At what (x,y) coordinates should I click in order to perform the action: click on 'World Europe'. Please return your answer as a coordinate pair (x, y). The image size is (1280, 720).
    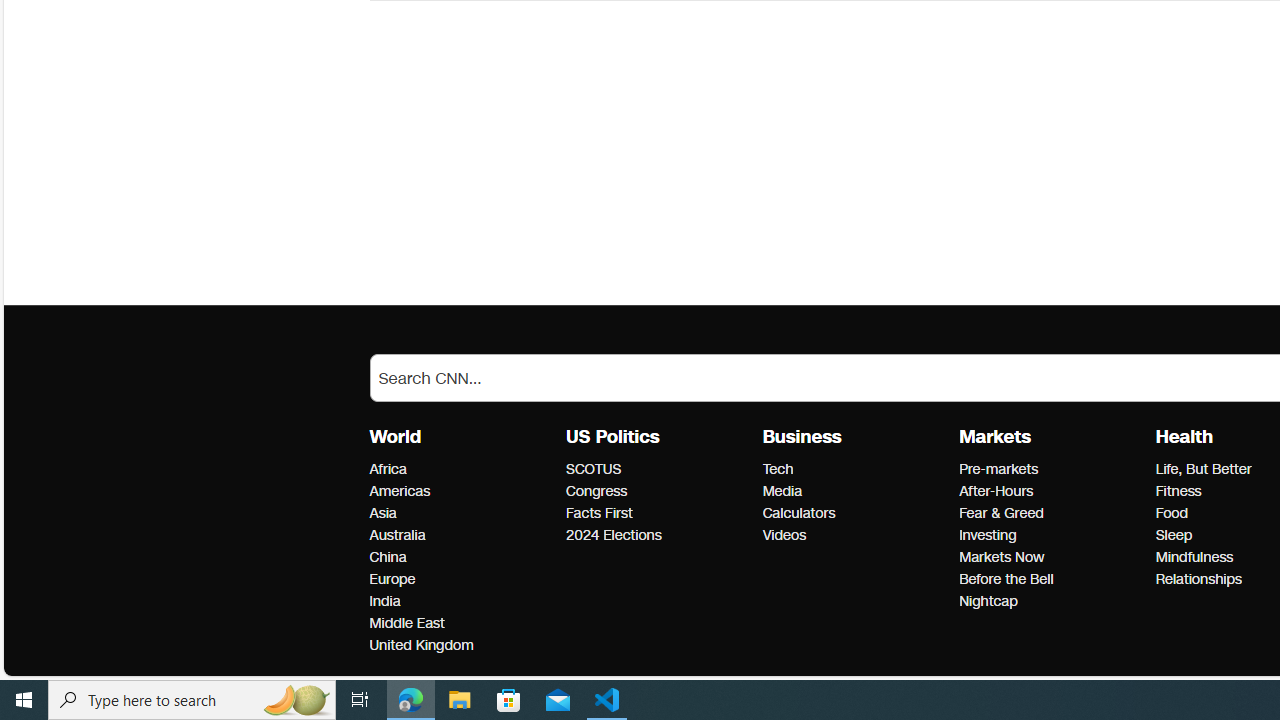
    Looking at the image, I should click on (392, 579).